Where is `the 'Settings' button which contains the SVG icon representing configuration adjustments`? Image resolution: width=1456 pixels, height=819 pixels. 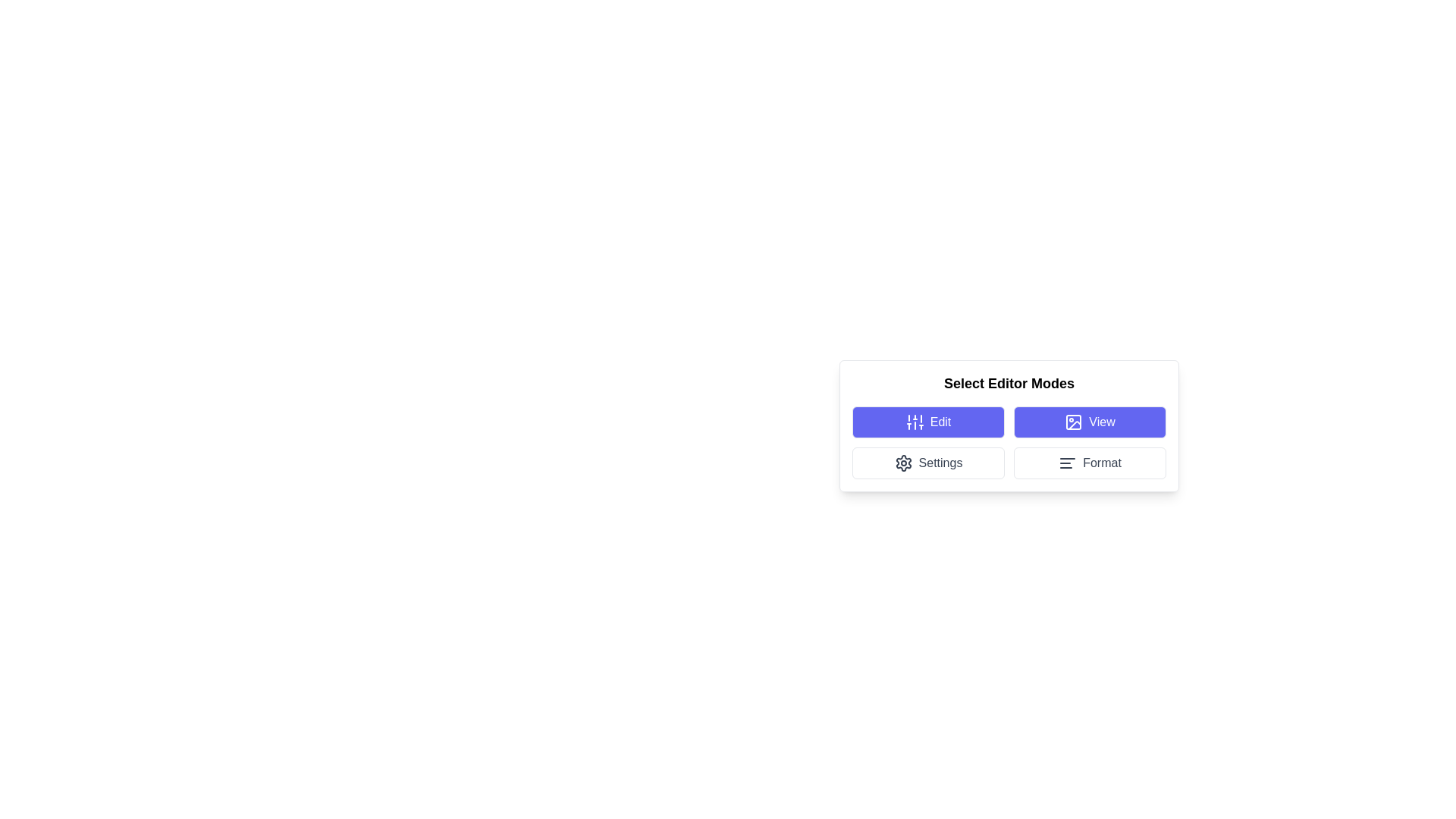 the 'Settings' button which contains the SVG icon representing configuration adjustments is located at coordinates (903, 462).